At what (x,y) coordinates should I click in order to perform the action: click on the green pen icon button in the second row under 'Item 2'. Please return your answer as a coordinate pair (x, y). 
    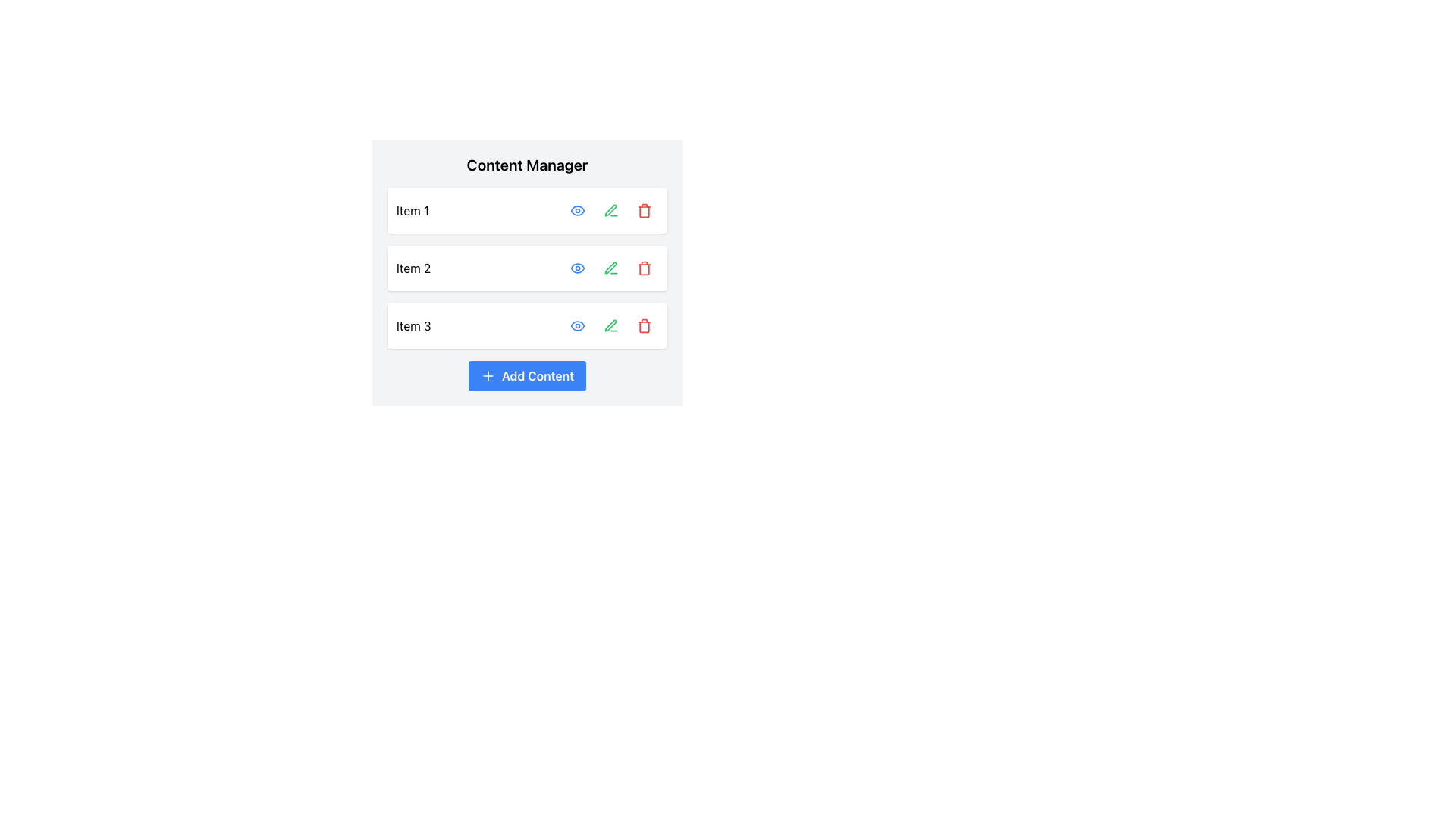
    Looking at the image, I should click on (611, 268).